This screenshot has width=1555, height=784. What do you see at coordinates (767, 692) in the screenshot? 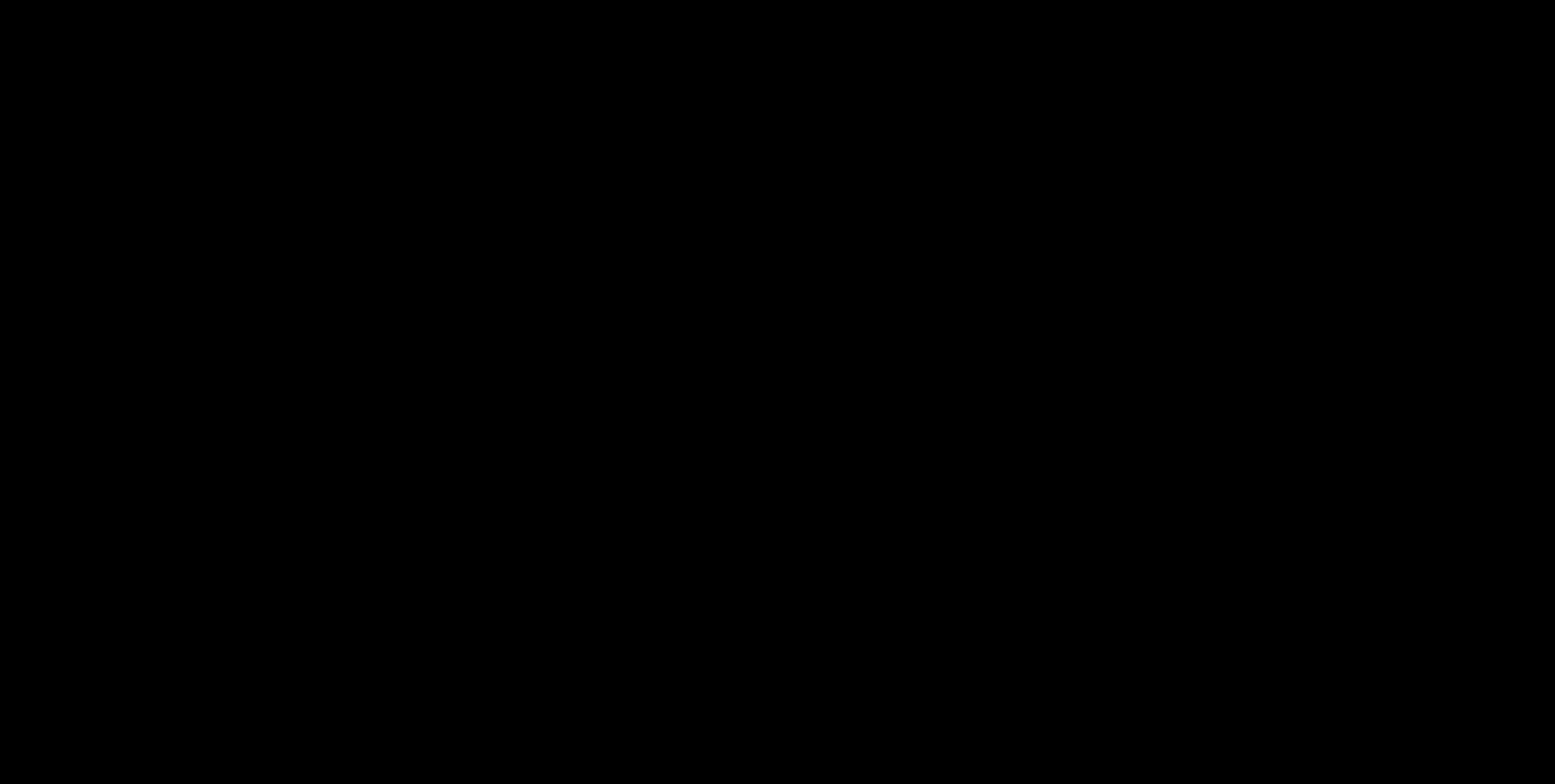
I see `'First up in our pairings list we have the delicious and savory S’mores! This scrumptious cookie has best been described as “s’mores made over an open fire, just without any of the mess!” If that doesn’t speak the truth, then I don’t know what does! We’d suggest pairing this up with Frambroise Lambic. Frambroise Lambic is fermented with raspberries which offers this pairing a nice fruity contrast to the cookies' marshmallow cream icing and milk chocolate coating.'` at bounding box center [767, 692].